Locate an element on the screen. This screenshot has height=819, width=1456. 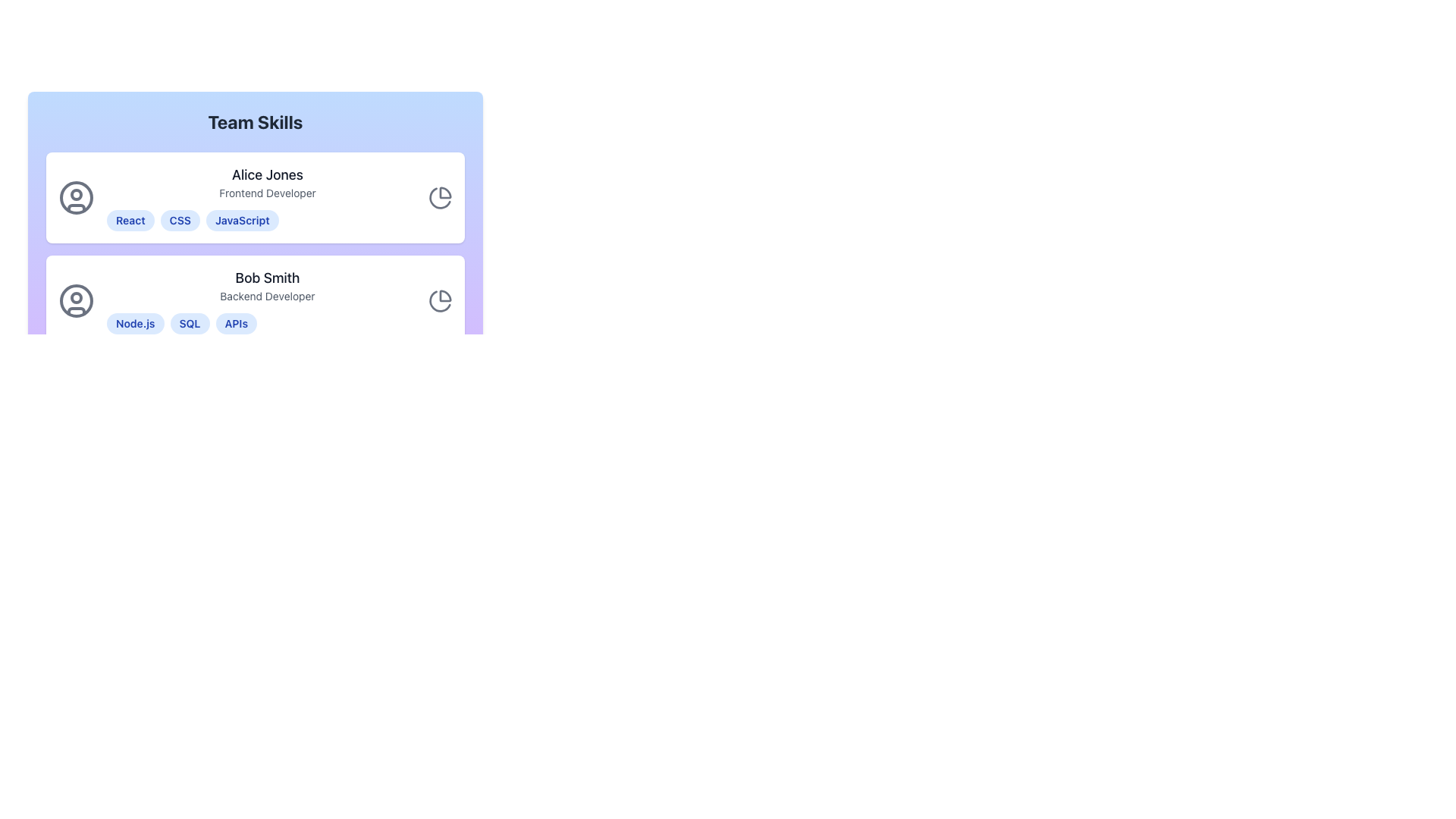
the central circular component of the user profile icon in the lower user's profile section, located to the left of 'Bob Smith - Backend Developer' is located at coordinates (75, 301).